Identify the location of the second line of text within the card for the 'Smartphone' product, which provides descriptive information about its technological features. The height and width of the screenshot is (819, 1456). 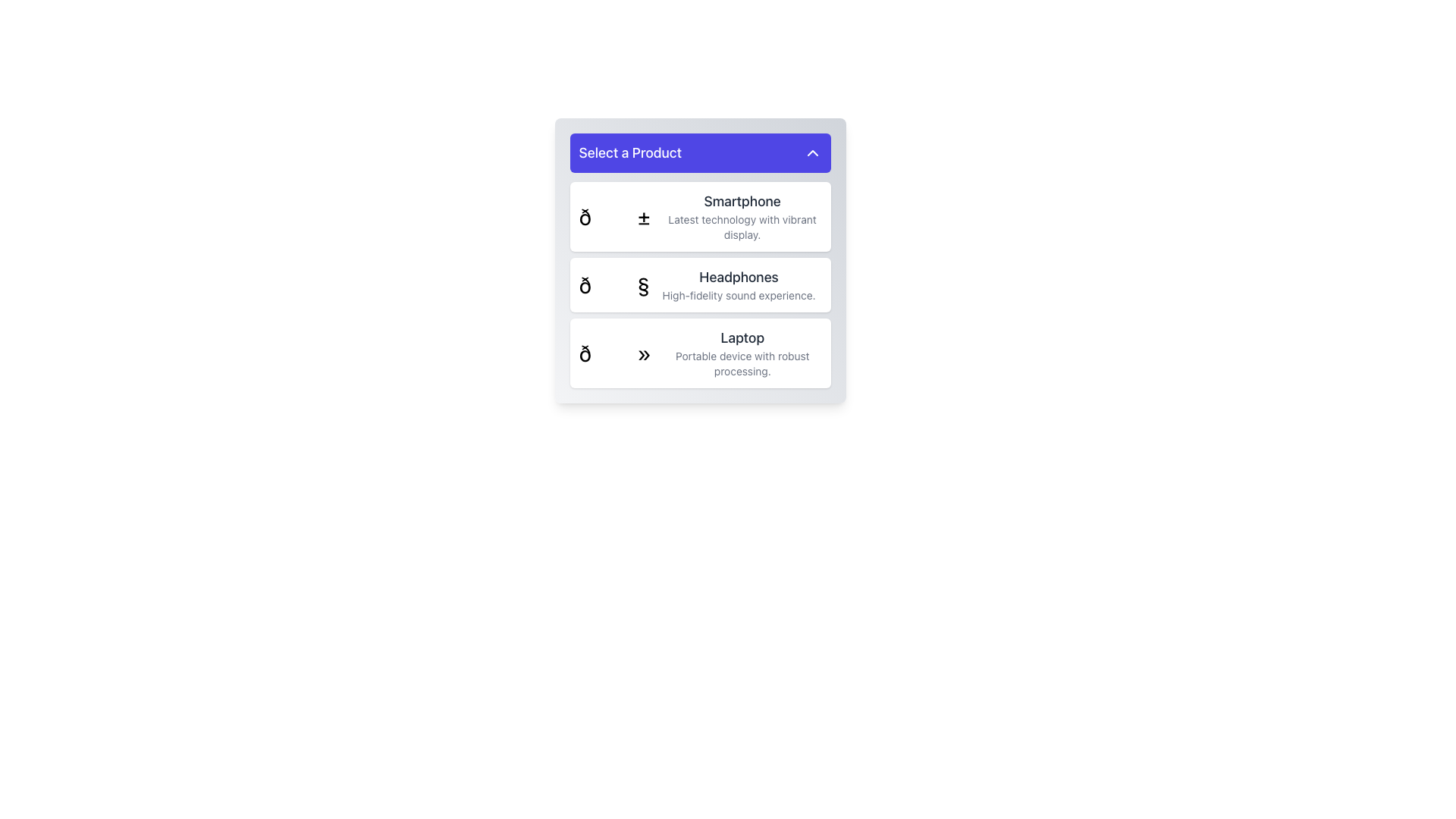
(742, 227).